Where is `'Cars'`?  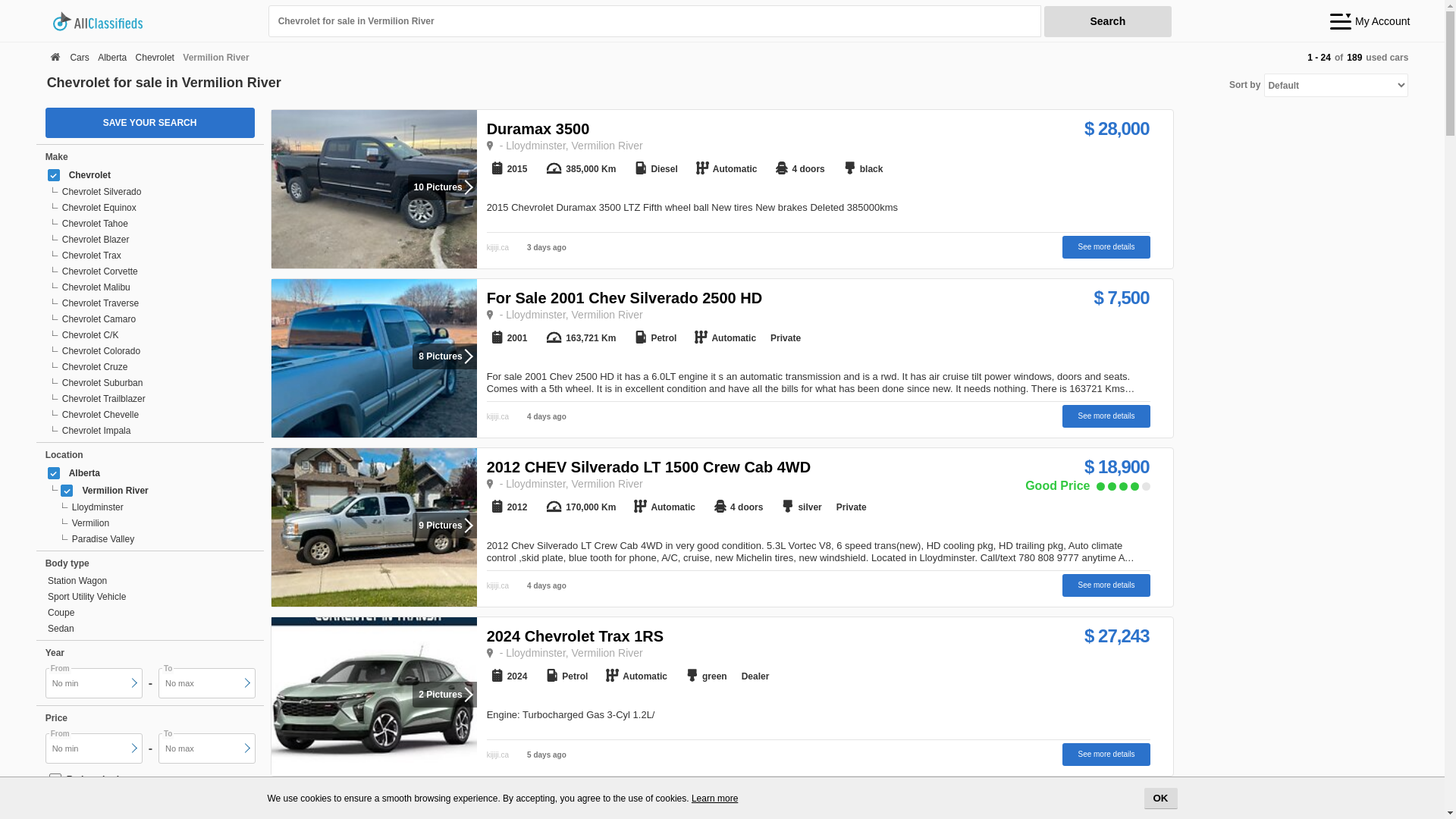 'Cars' is located at coordinates (78, 57).